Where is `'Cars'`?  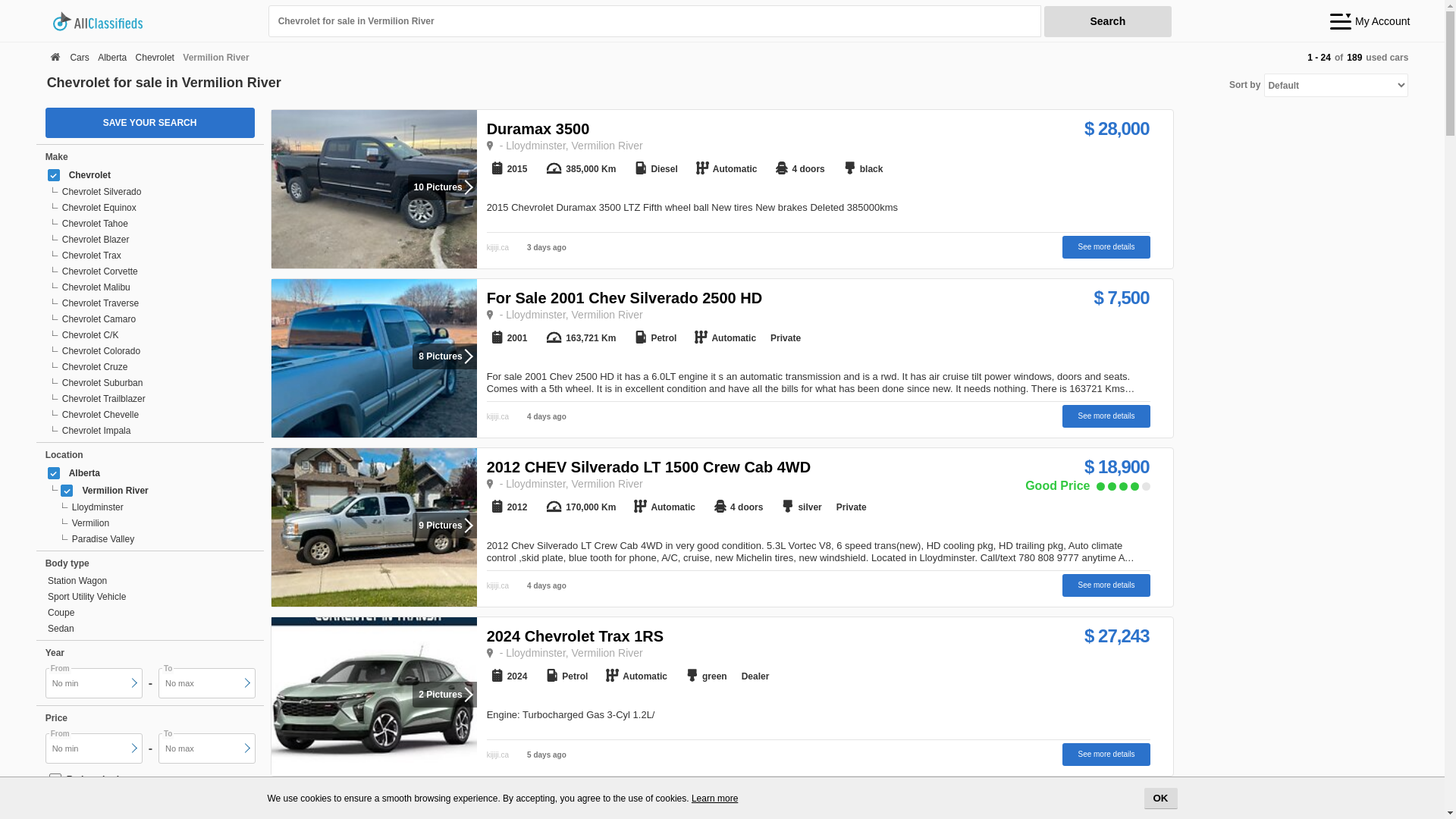 'Cars' is located at coordinates (78, 57).